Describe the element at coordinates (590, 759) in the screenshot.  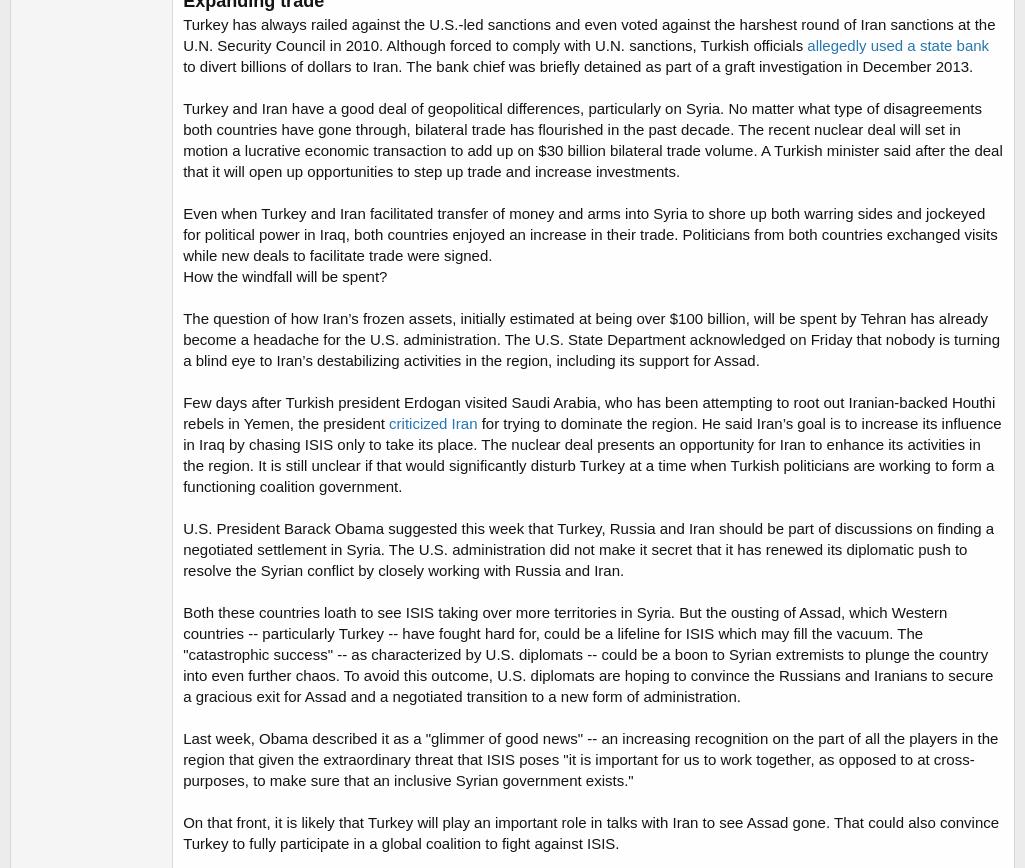
I see `'Last week, Obama described it as a "glimmer of good news" -- an increasing recognition on the part of all the players in the region that given the extraordinary threat that ISIS poses "it is important for us to work together, as opposed to at cross-purposes, to make sure that an inclusive Syrian government exists."'` at that location.